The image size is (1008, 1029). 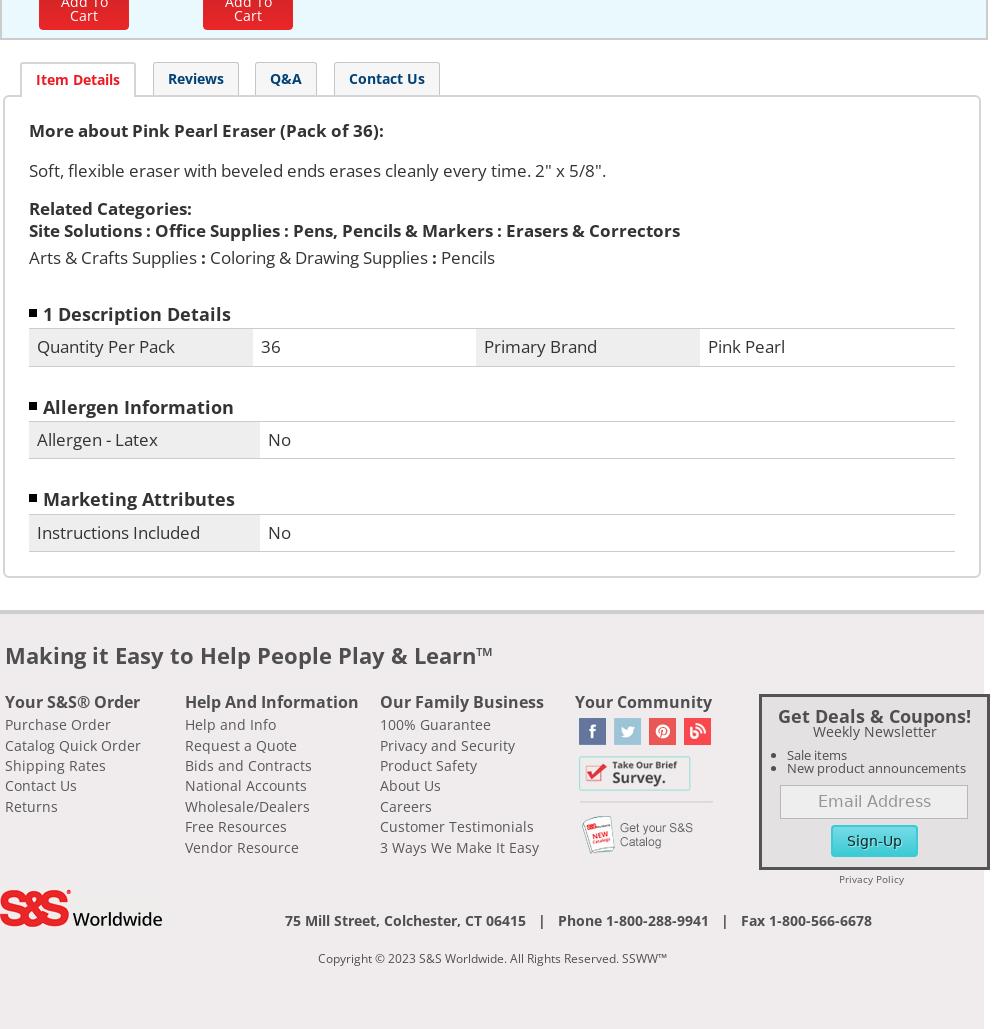 What do you see at coordinates (111, 255) in the screenshot?
I see `'Arts & Crafts Supplies'` at bounding box center [111, 255].